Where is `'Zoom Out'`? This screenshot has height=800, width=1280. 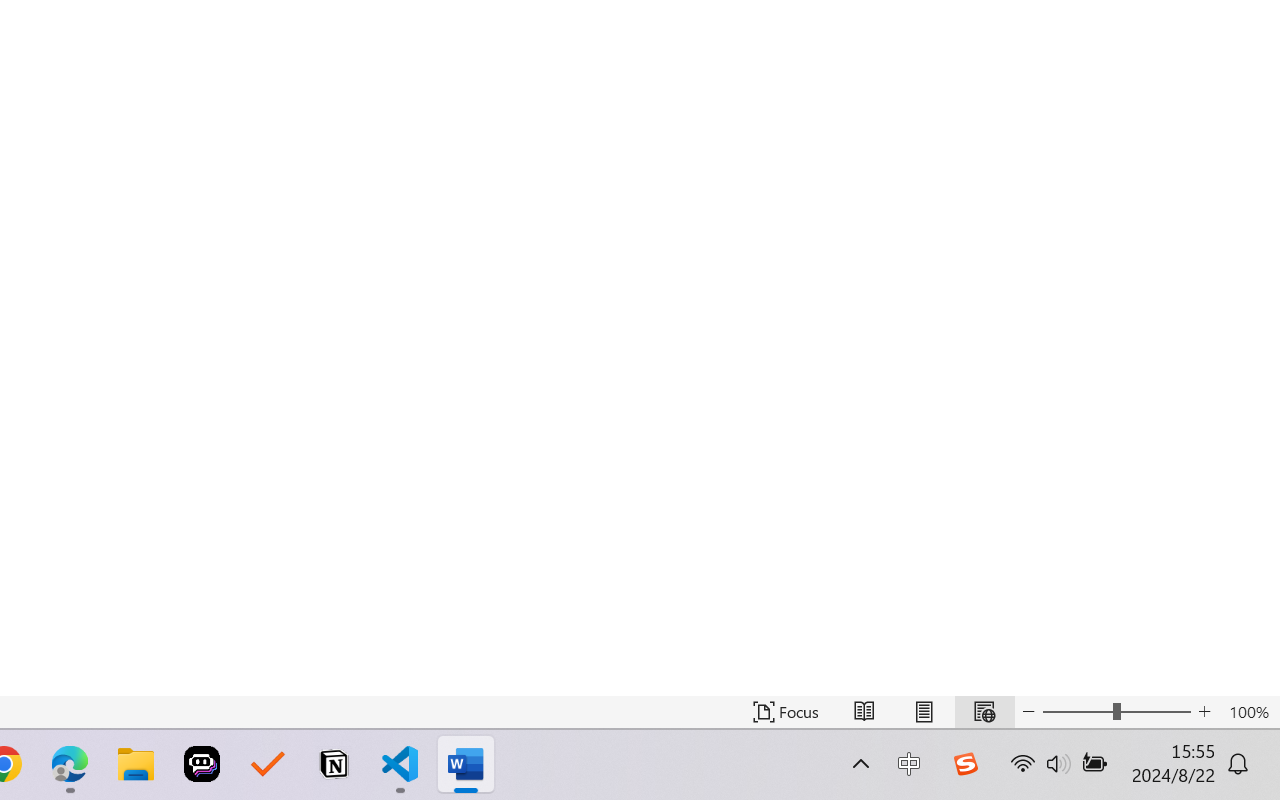
'Zoom Out' is located at coordinates (1076, 711).